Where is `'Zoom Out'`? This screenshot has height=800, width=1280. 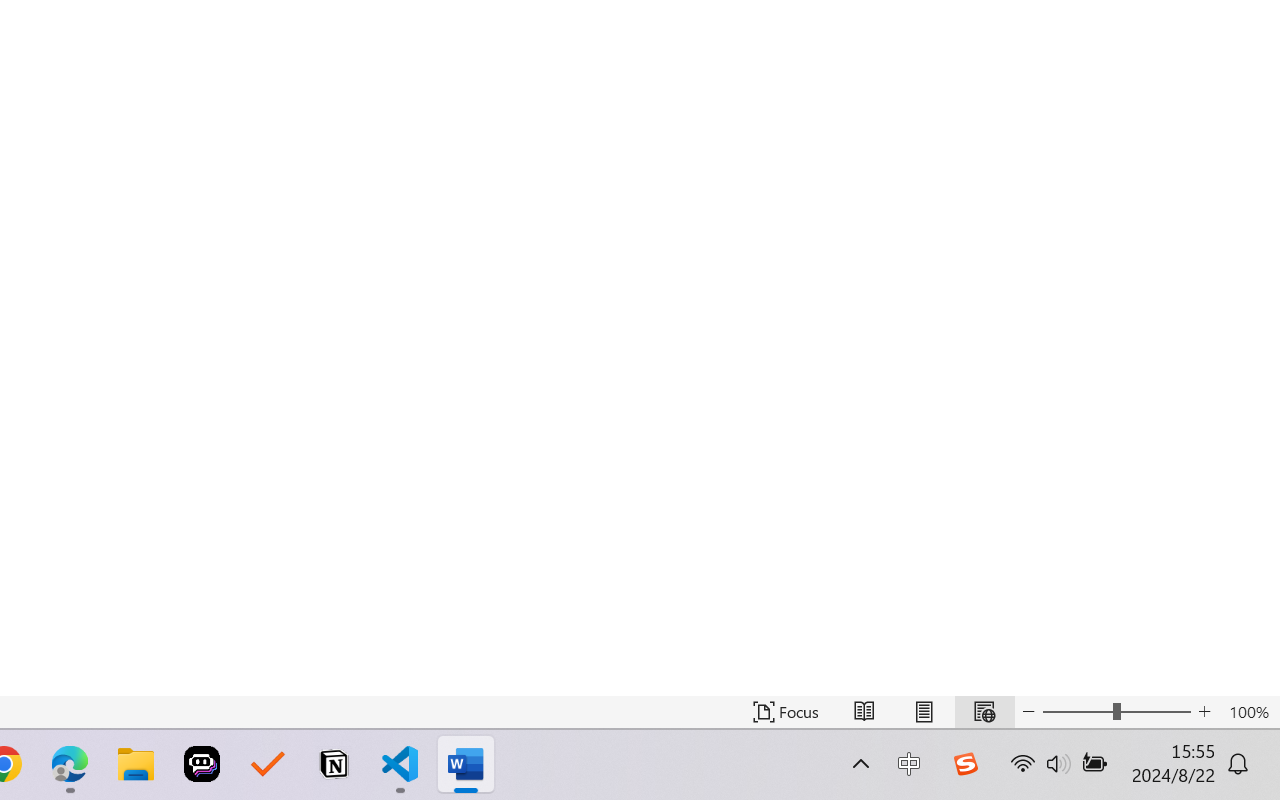
'Zoom Out' is located at coordinates (1076, 711).